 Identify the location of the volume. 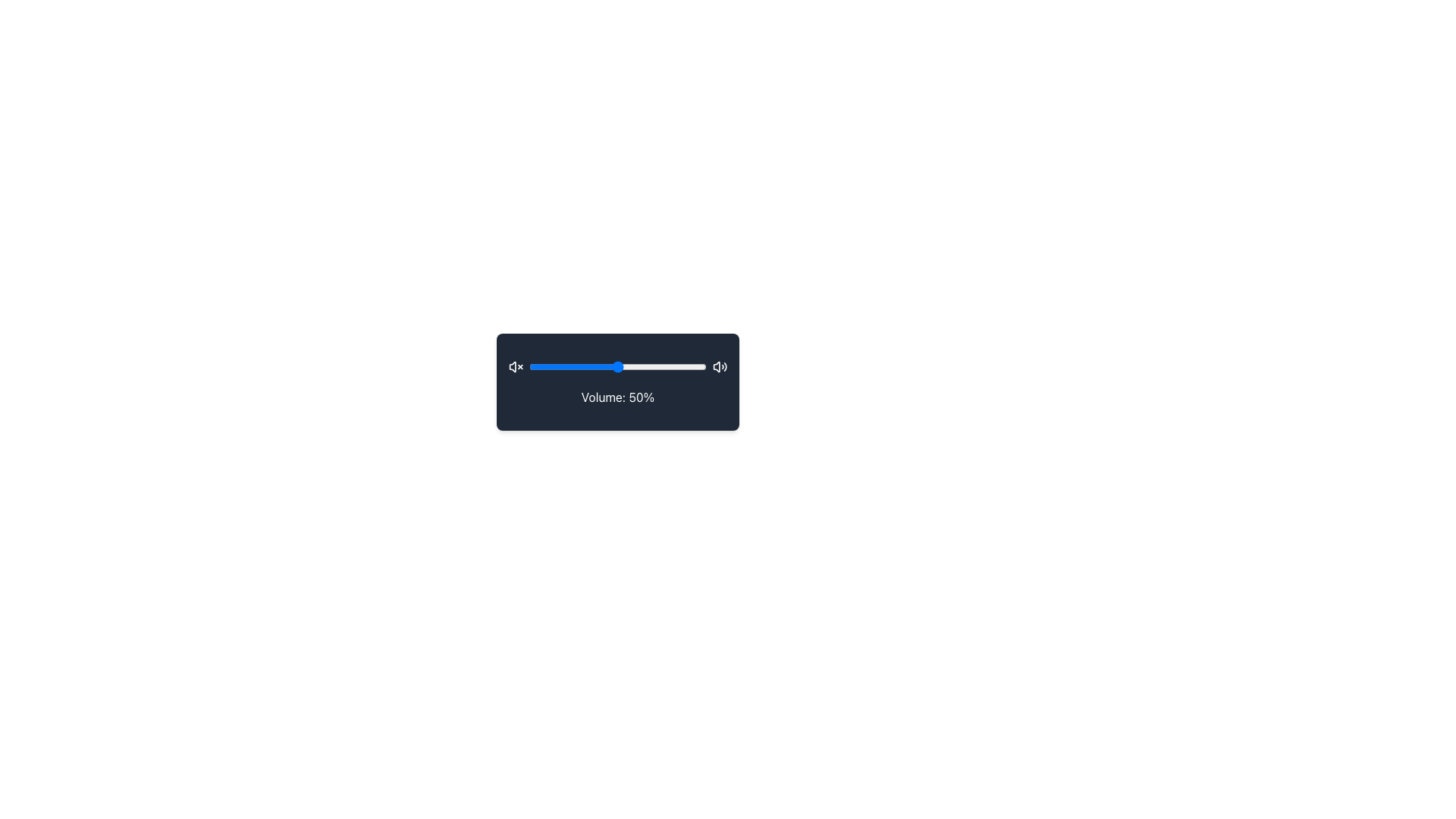
(689, 366).